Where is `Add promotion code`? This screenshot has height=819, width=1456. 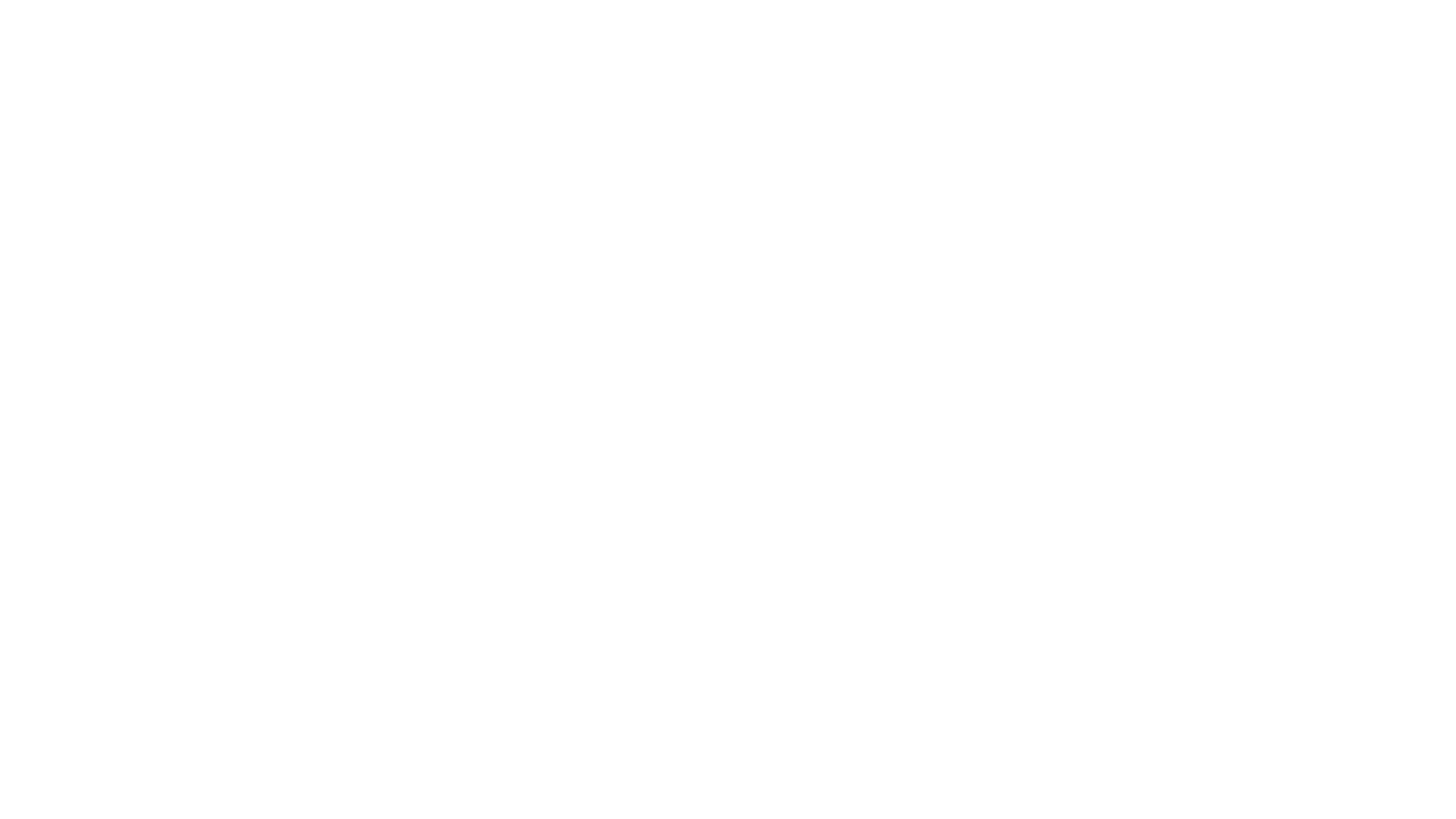 Add promotion code is located at coordinates (359, 556).